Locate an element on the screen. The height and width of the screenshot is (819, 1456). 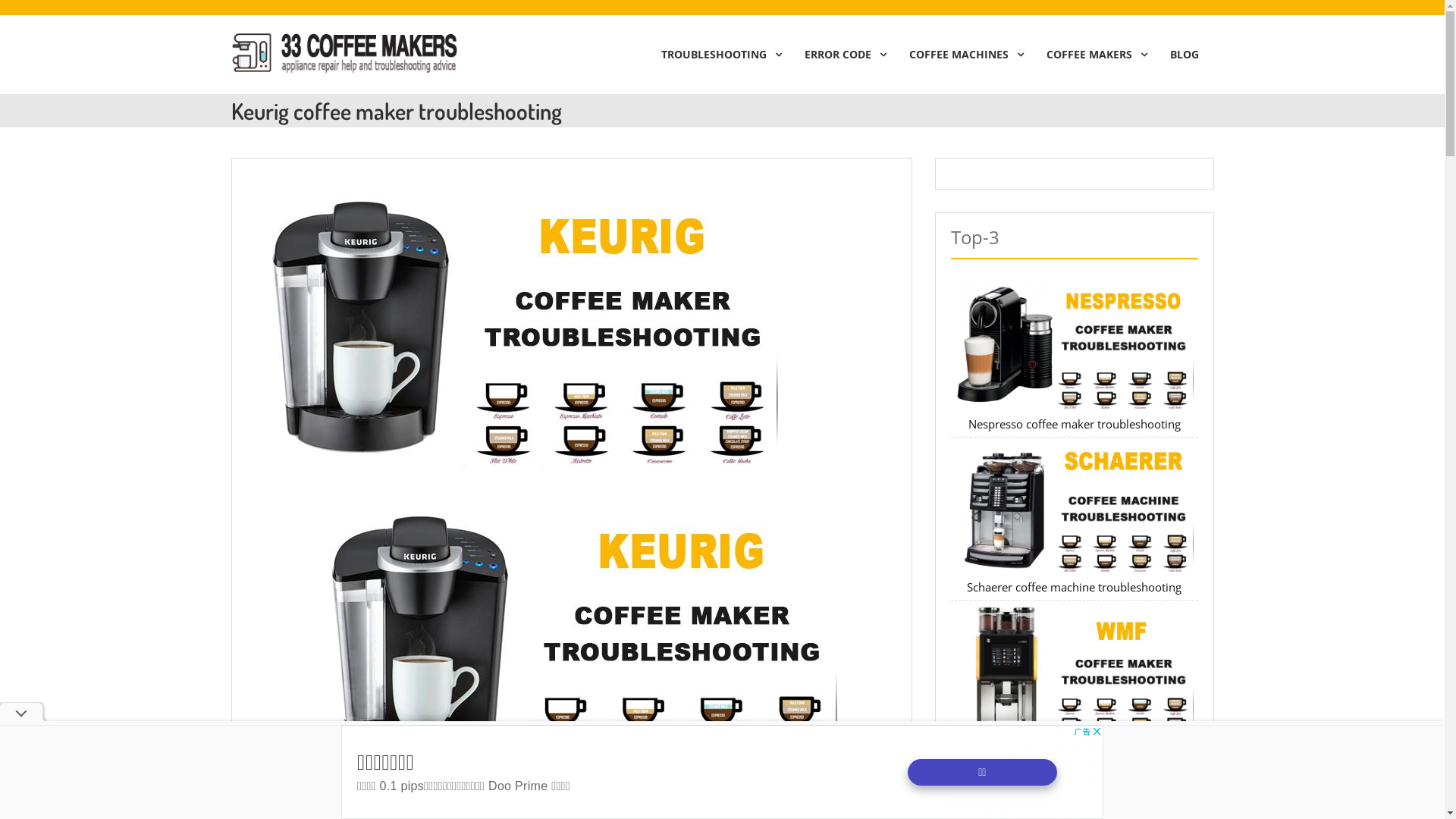
'Nespresso coffee maker troubleshooting' is located at coordinates (1073, 424).